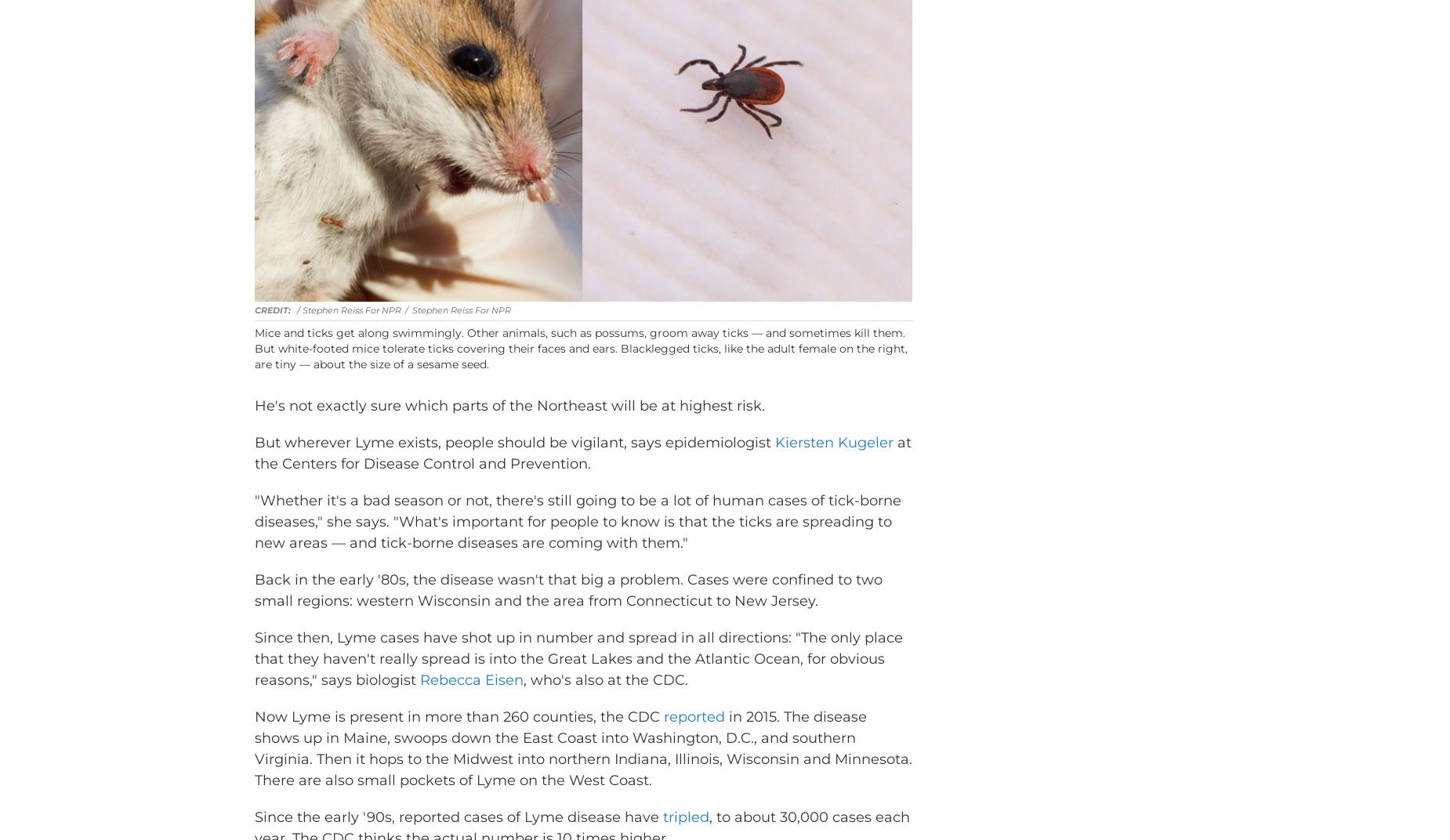 The height and width of the screenshot is (840, 1450). I want to click on 'Stephen Reiss for NPR', so click(462, 332).